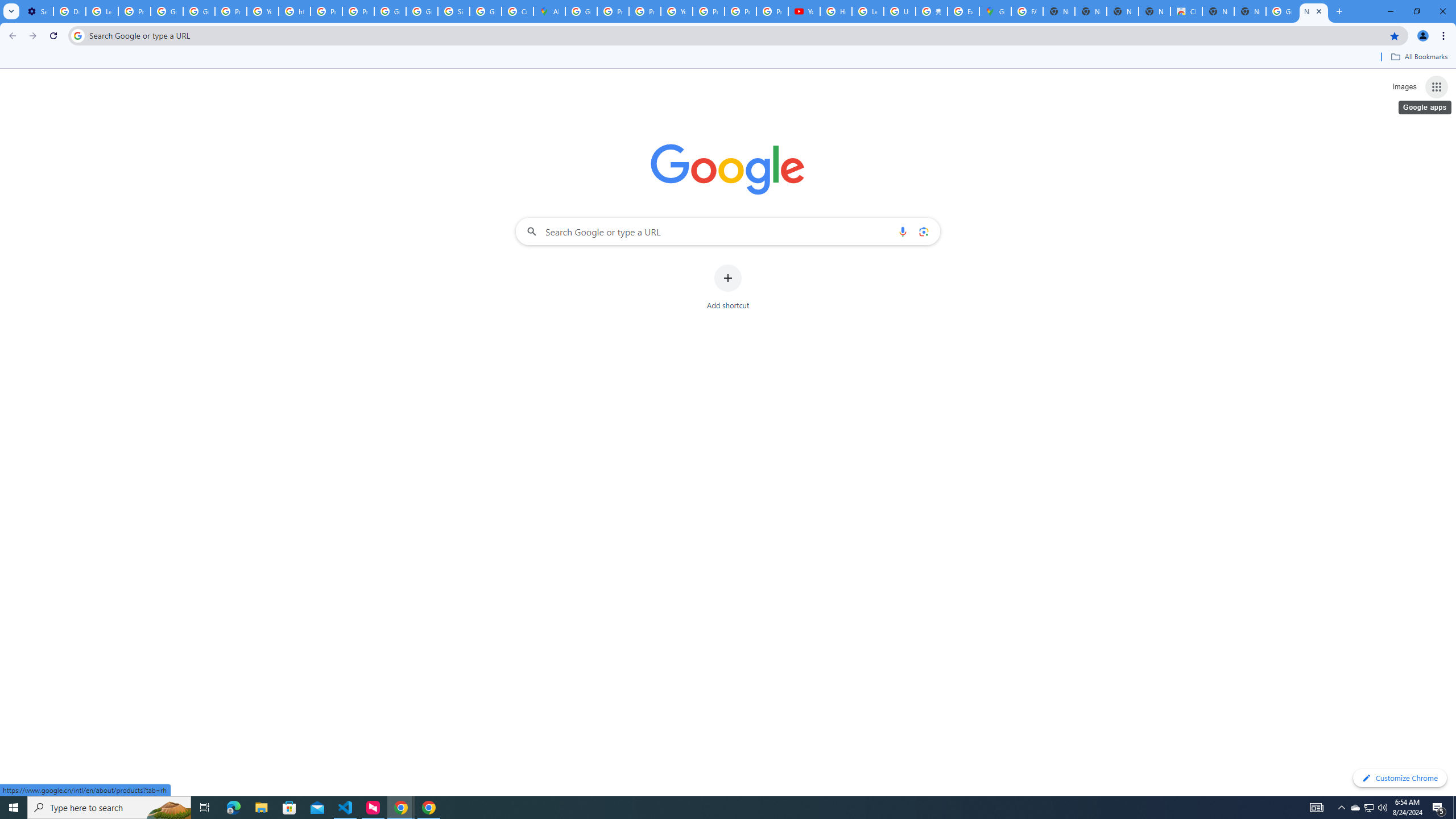 The width and height of the screenshot is (1456, 819). I want to click on 'Google Account Help', so click(167, 11).